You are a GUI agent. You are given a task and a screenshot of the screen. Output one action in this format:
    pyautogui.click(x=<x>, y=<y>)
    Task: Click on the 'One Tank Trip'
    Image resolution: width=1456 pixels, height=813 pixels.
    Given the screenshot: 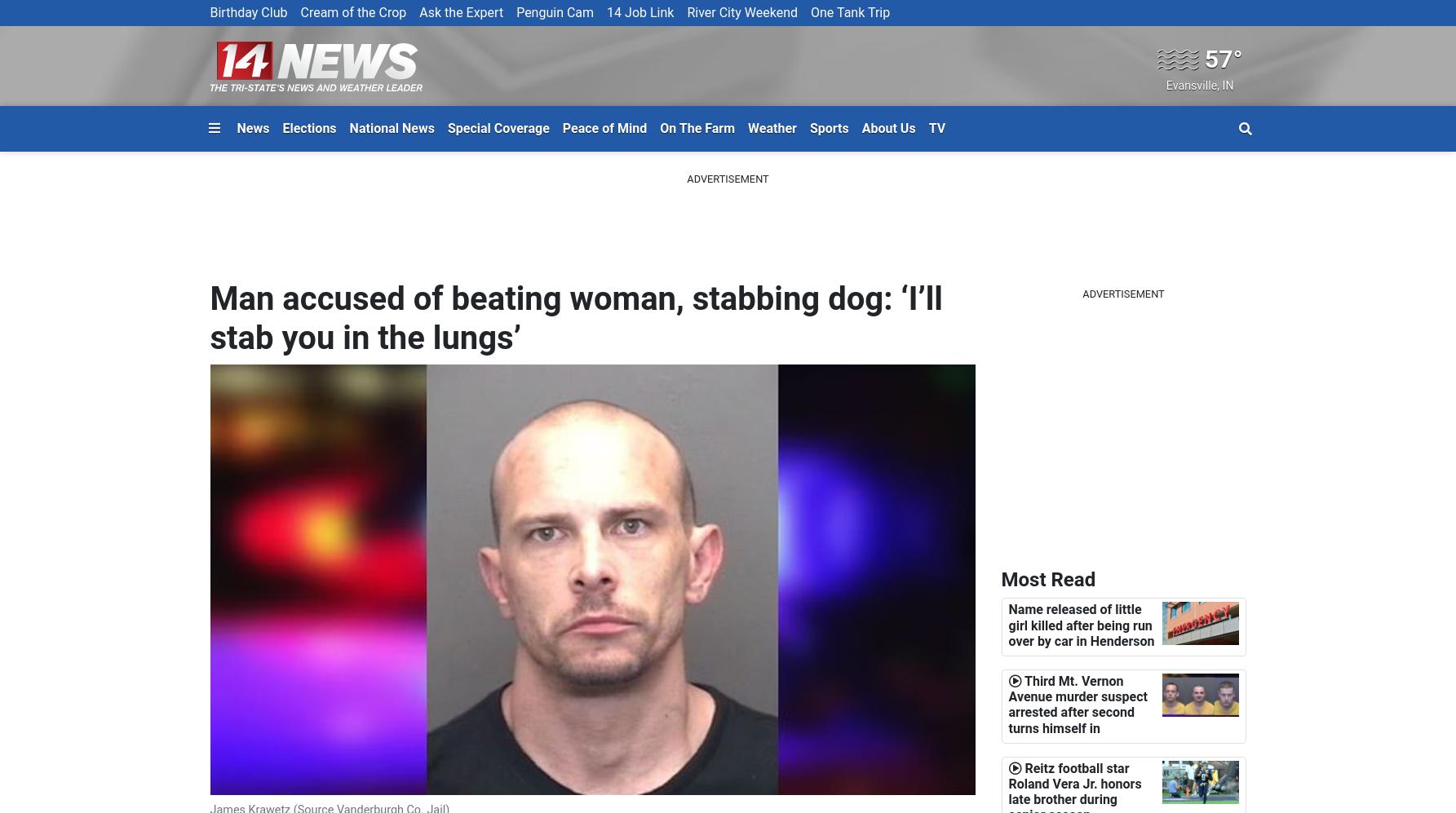 What is the action you would take?
    pyautogui.click(x=810, y=12)
    